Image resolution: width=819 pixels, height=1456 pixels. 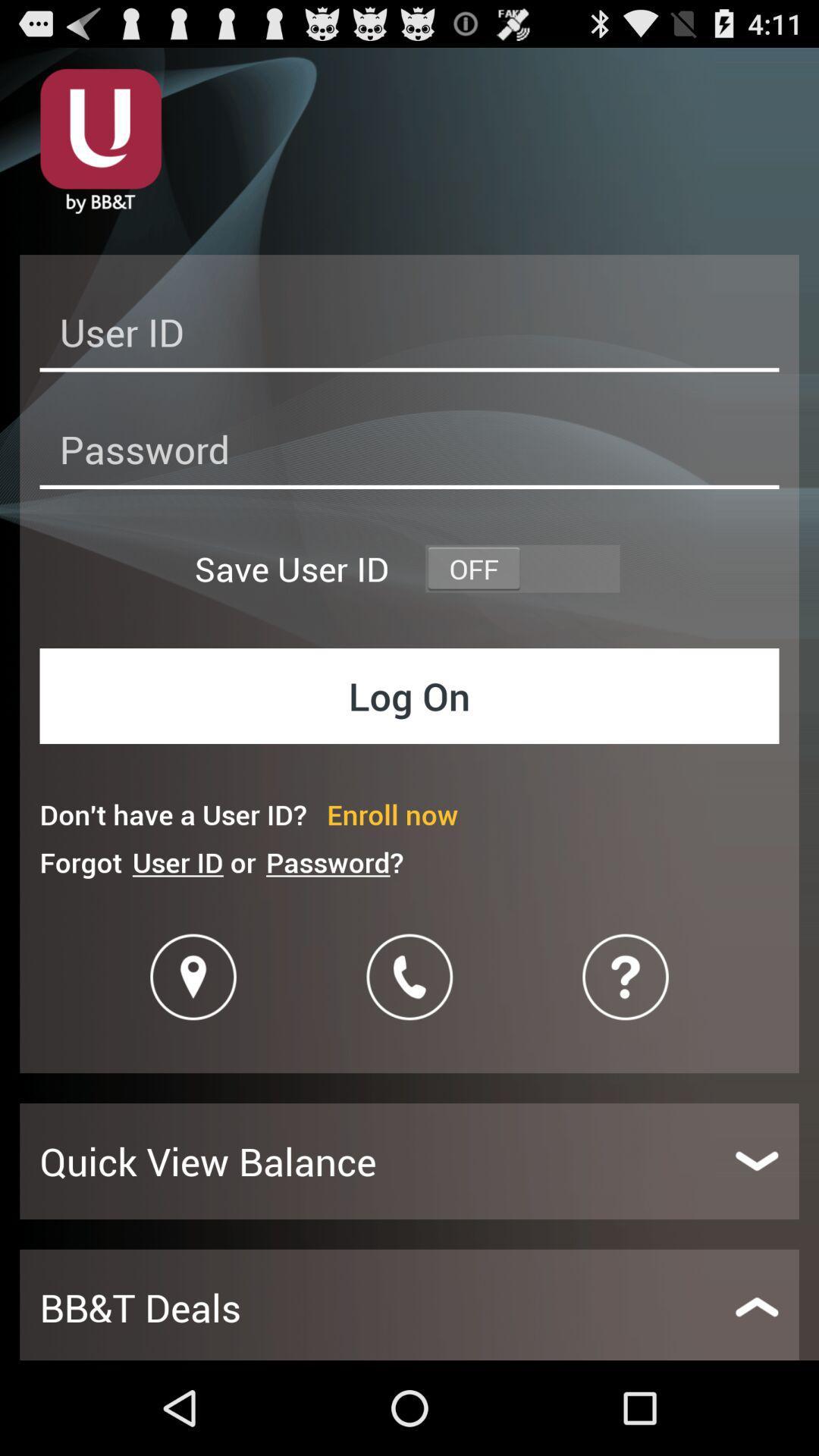 I want to click on enroll now item, so click(x=391, y=814).